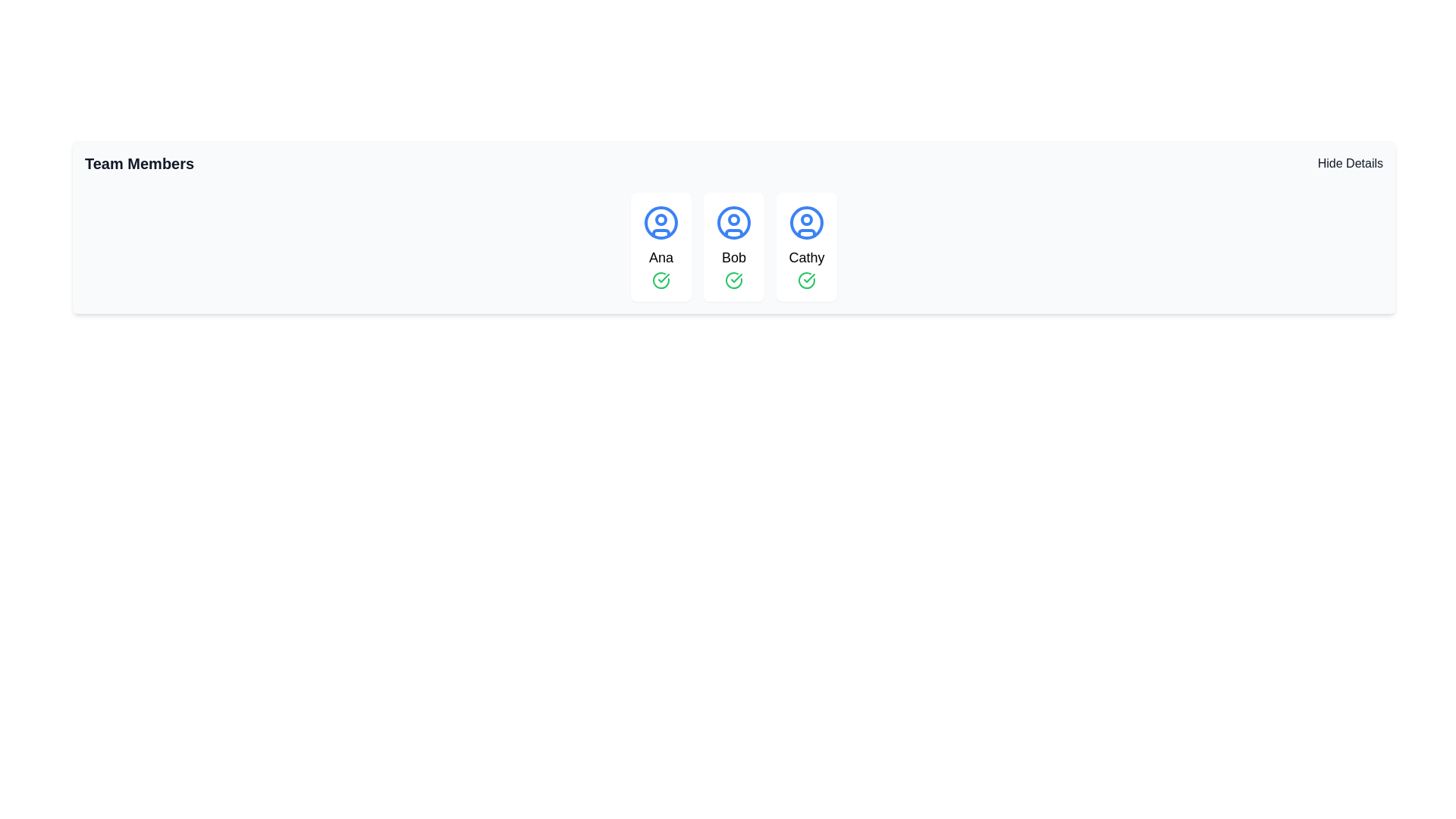 The image size is (1456, 819). Describe the element at coordinates (806, 281) in the screenshot. I see `green circular check mark icon indicating approval or completion located within the profile card labeled 'Cathy', which is centered horizontally below the name label` at that location.